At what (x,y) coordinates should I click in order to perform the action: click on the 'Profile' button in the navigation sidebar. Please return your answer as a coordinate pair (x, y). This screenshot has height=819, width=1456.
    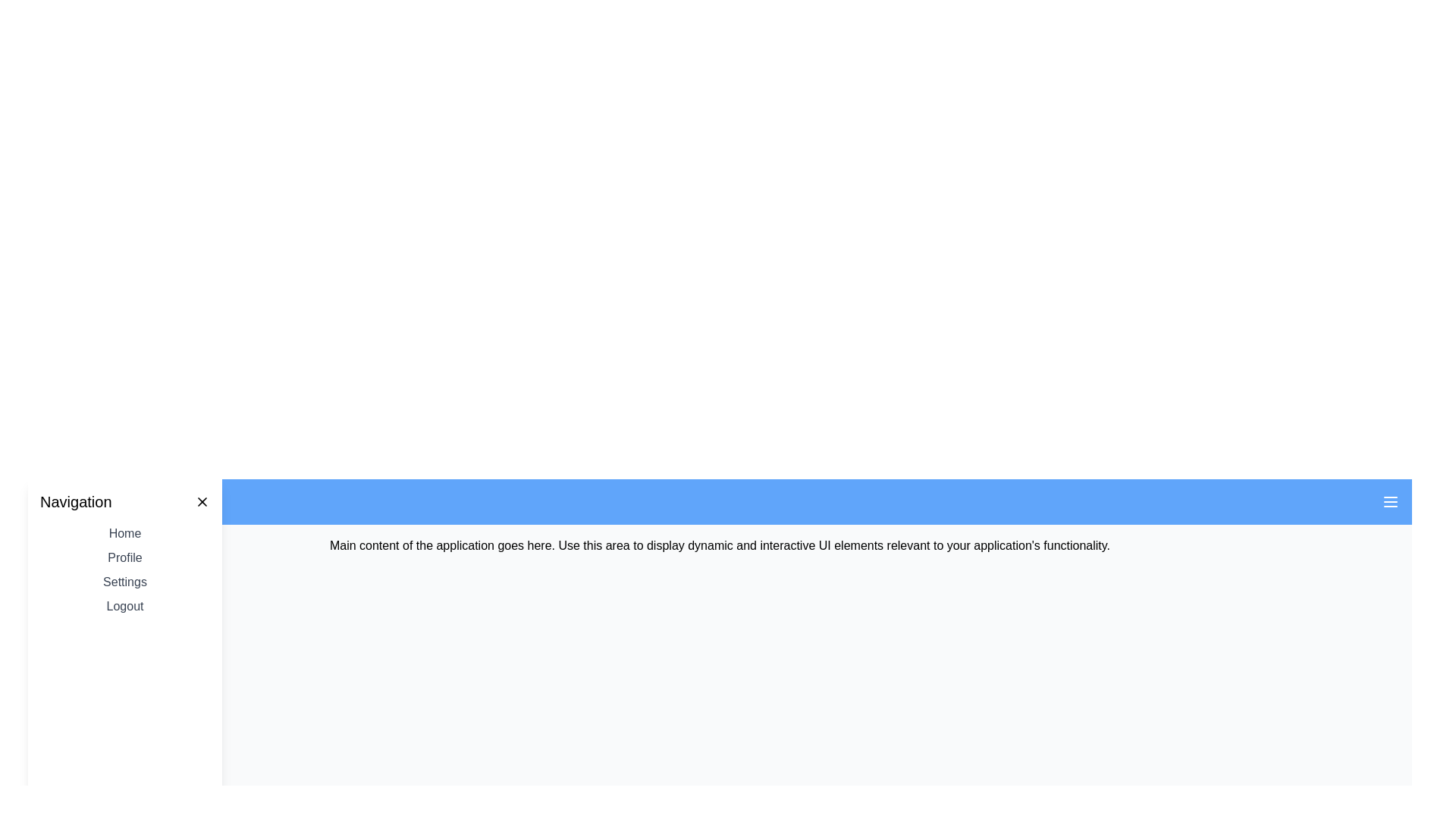
    Looking at the image, I should click on (124, 558).